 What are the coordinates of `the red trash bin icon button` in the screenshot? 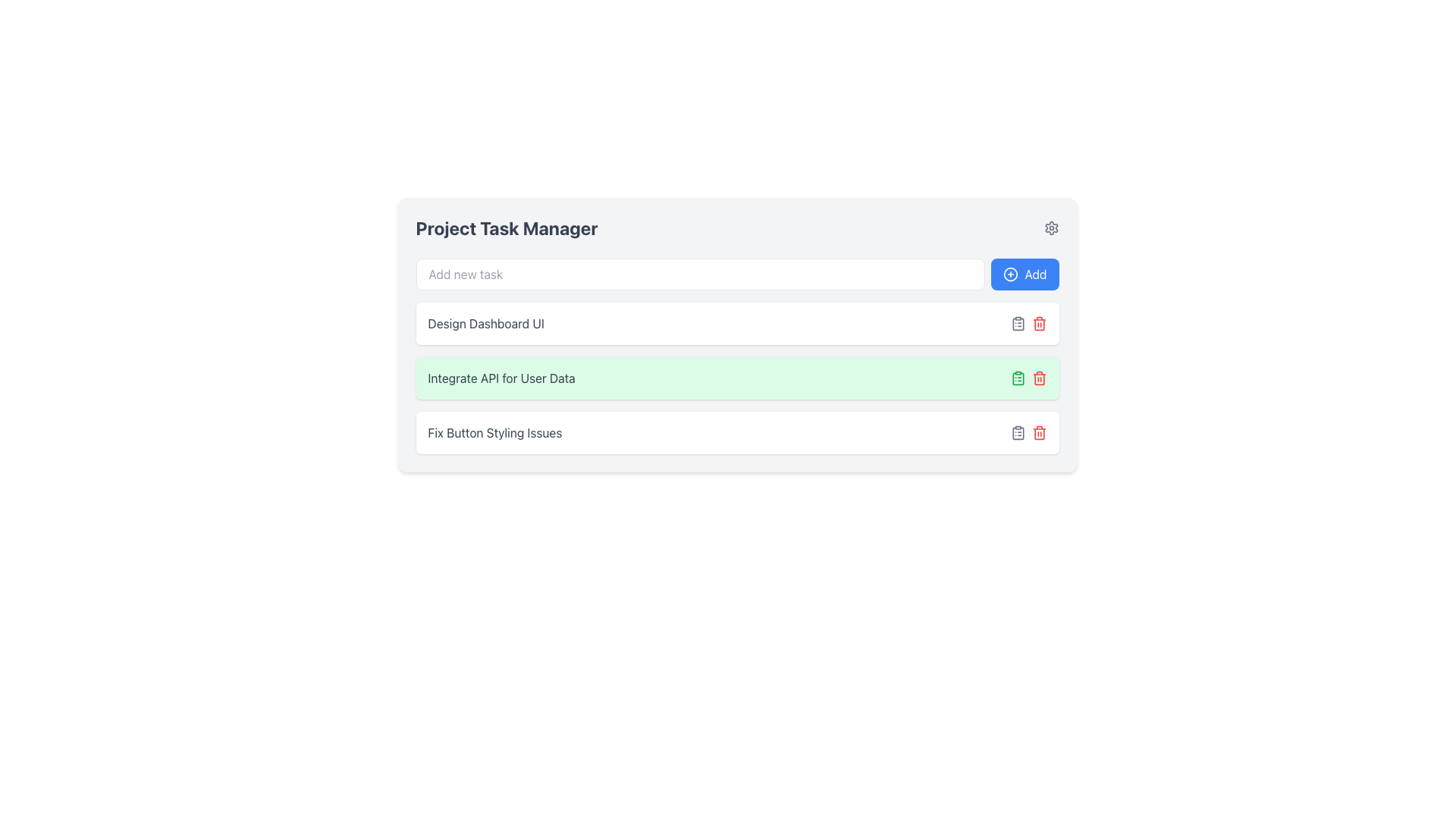 It's located at (1038, 323).